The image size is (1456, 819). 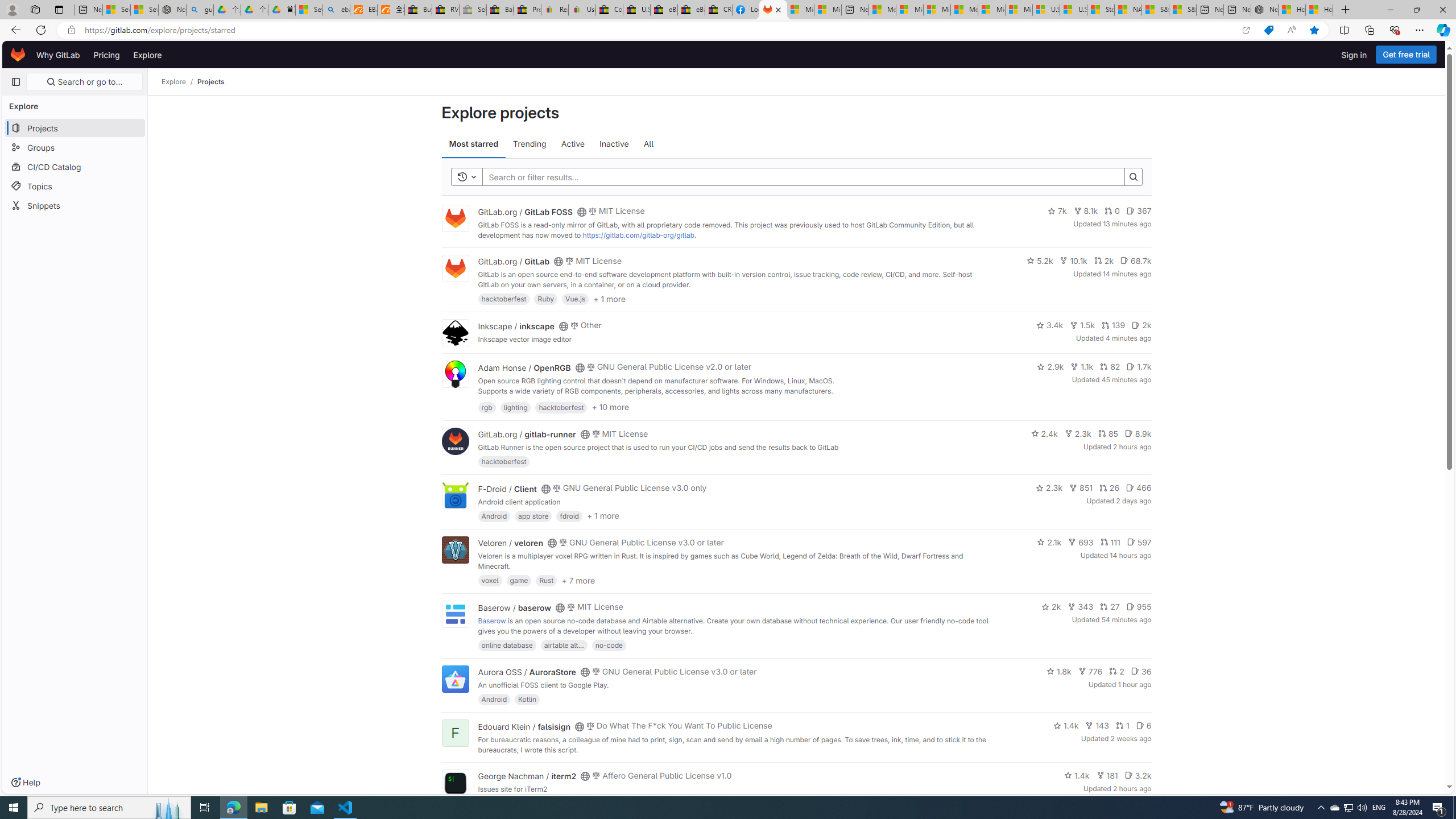 What do you see at coordinates (1136, 259) in the screenshot?
I see `'68.7k'` at bounding box center [1136, 259].